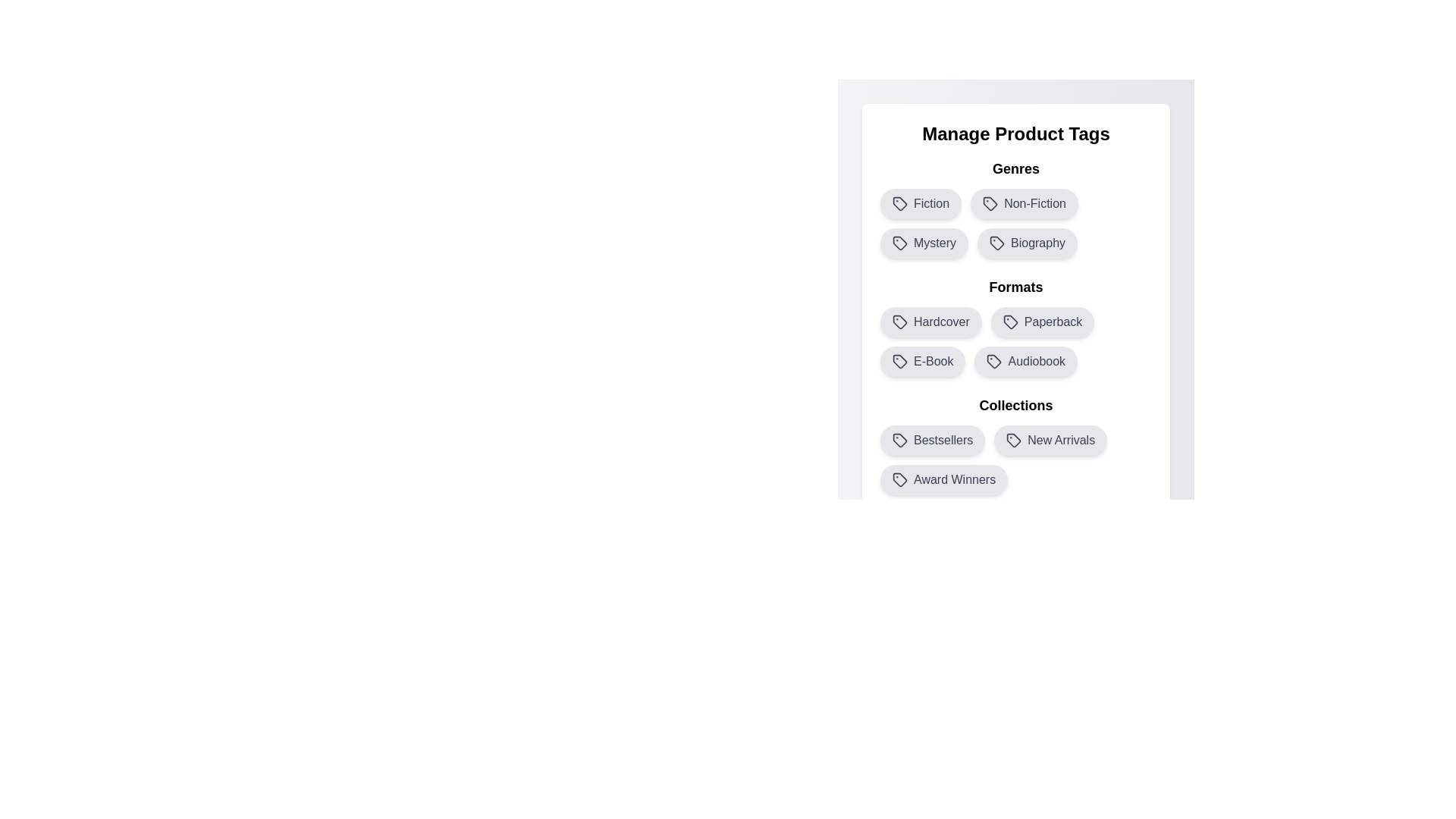 The image size is (1456, 819). Describe the element at coordinates (930, 321) in the screenshot. I see `the Toggleable button for 'Hardcover' format located in the 'Formats' section` at that location.